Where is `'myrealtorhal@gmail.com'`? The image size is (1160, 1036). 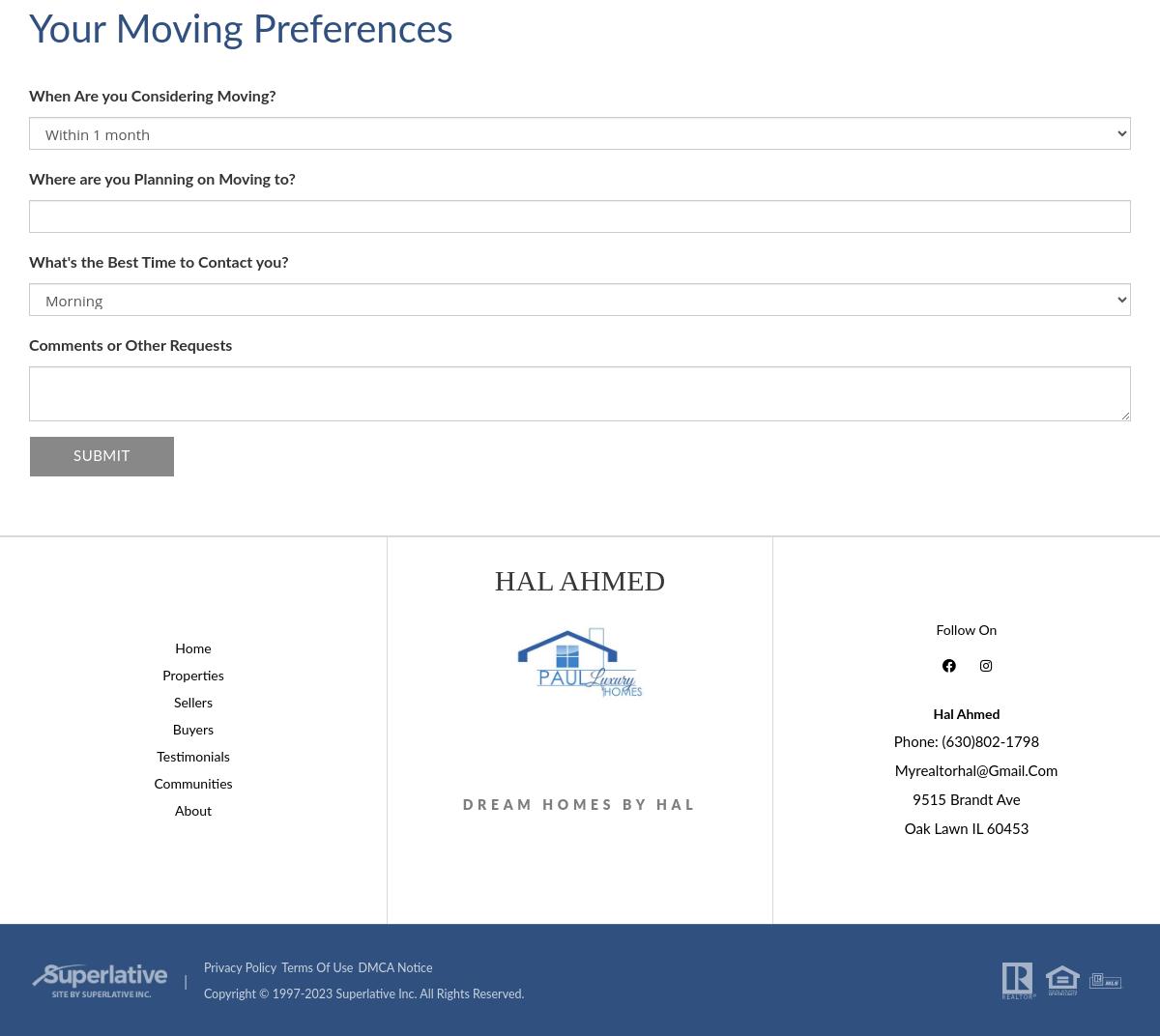 'myrealtorhal@gmail.com' is located at coordinates (975, 770).